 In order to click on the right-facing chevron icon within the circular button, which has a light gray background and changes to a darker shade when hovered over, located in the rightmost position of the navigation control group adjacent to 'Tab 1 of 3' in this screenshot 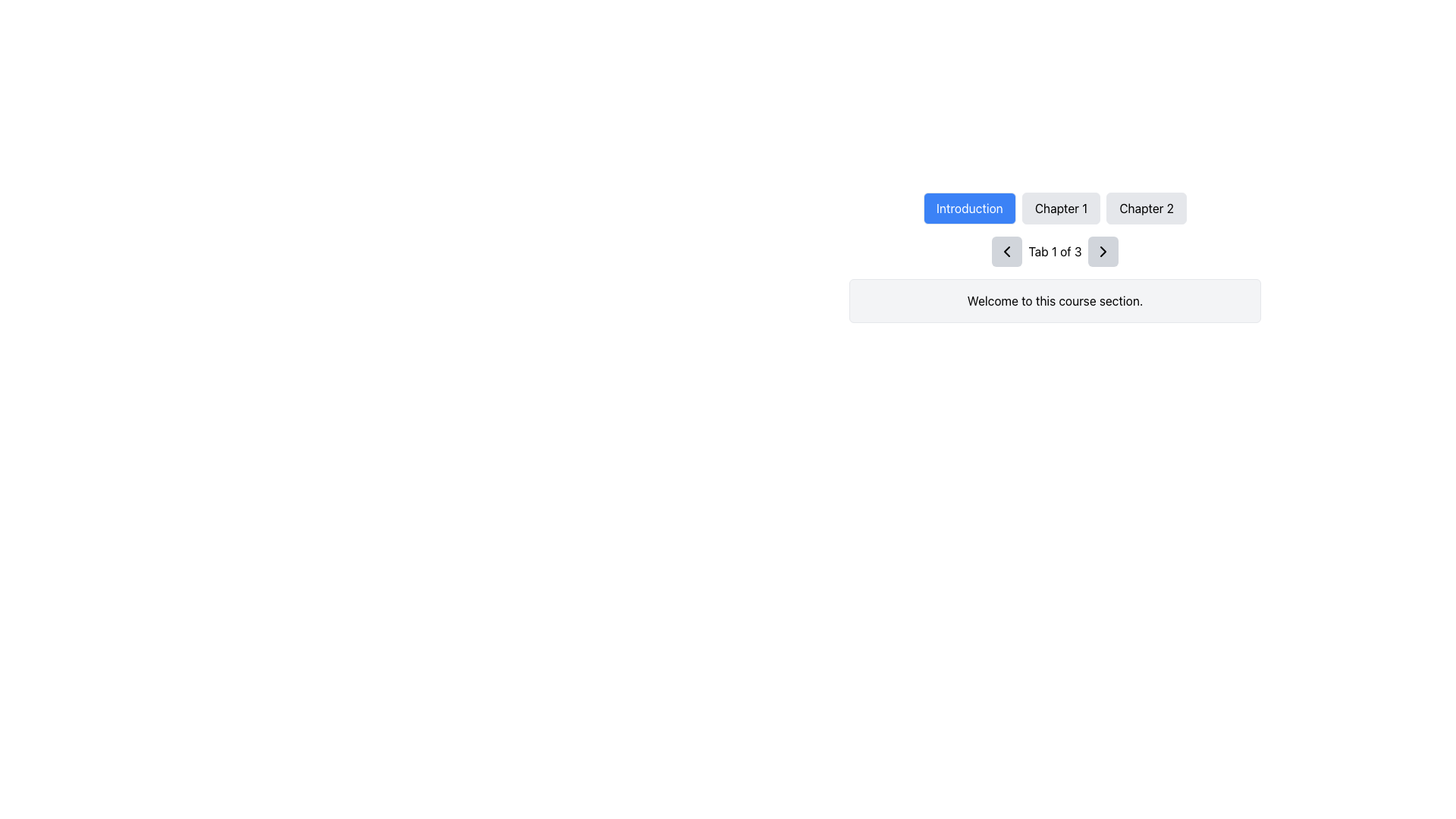, I will do `click(1103, 250)`.